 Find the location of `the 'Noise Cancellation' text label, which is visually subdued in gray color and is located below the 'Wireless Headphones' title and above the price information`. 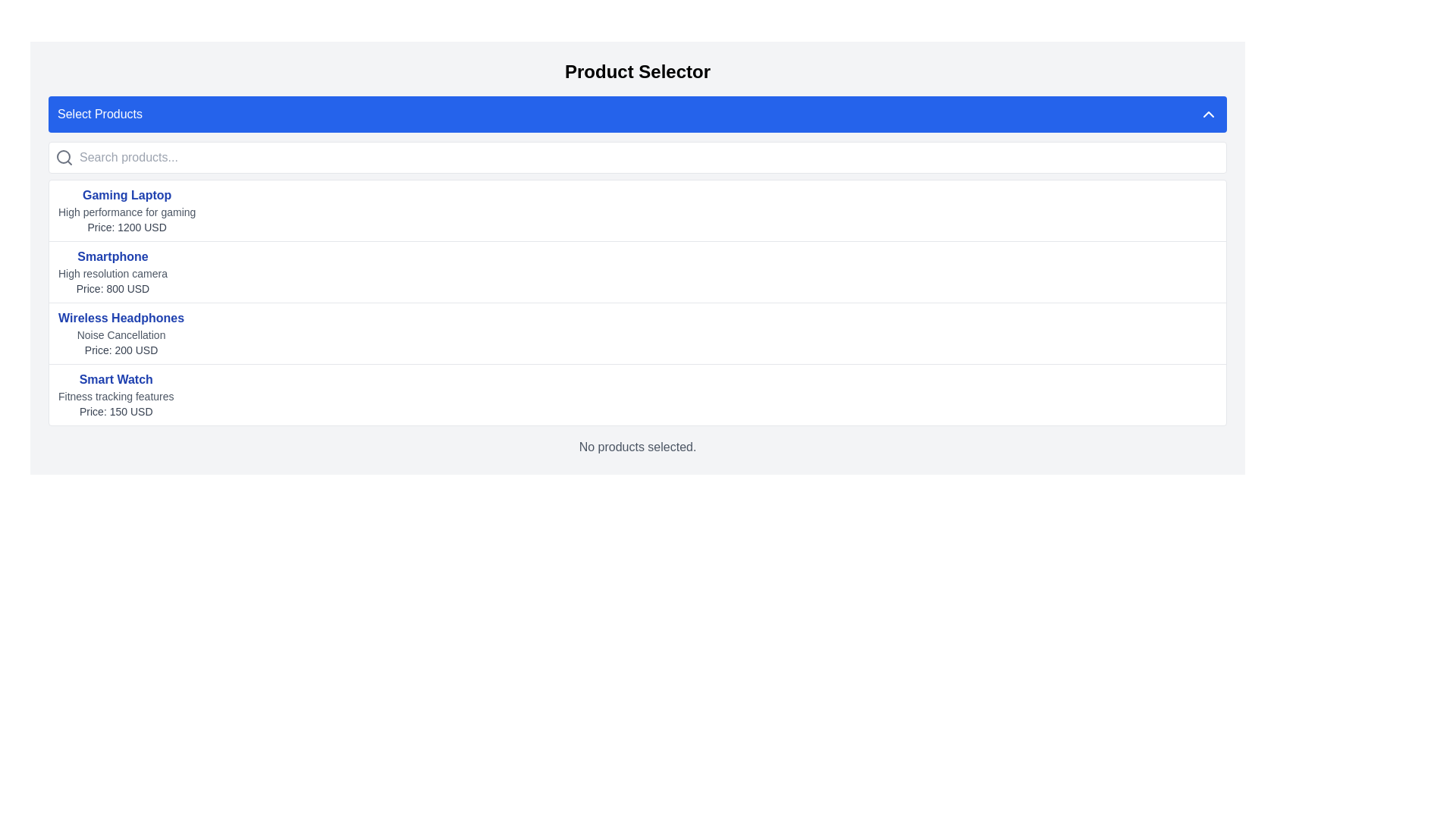

the 'Noise Cancellation' text label, which is visually subdued in gray color and is located below the 'Wireless Headphones' title and above the price information is located at coordinates (121, 334).